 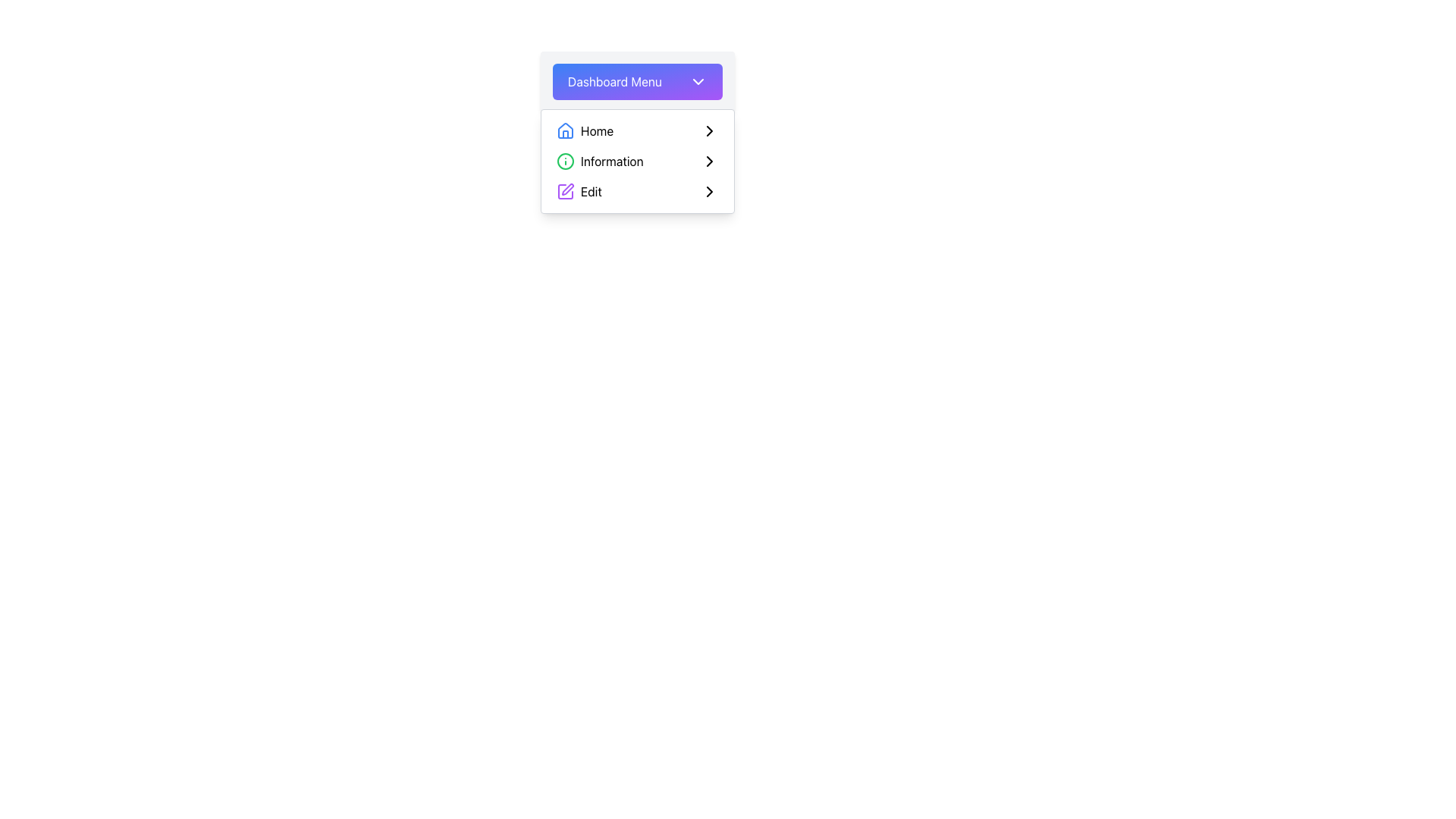 I want to click on the right-pointing chevron icon located to the right of the 'Information' menu item in the Dashboard Menu, so click(x=709, y=161).